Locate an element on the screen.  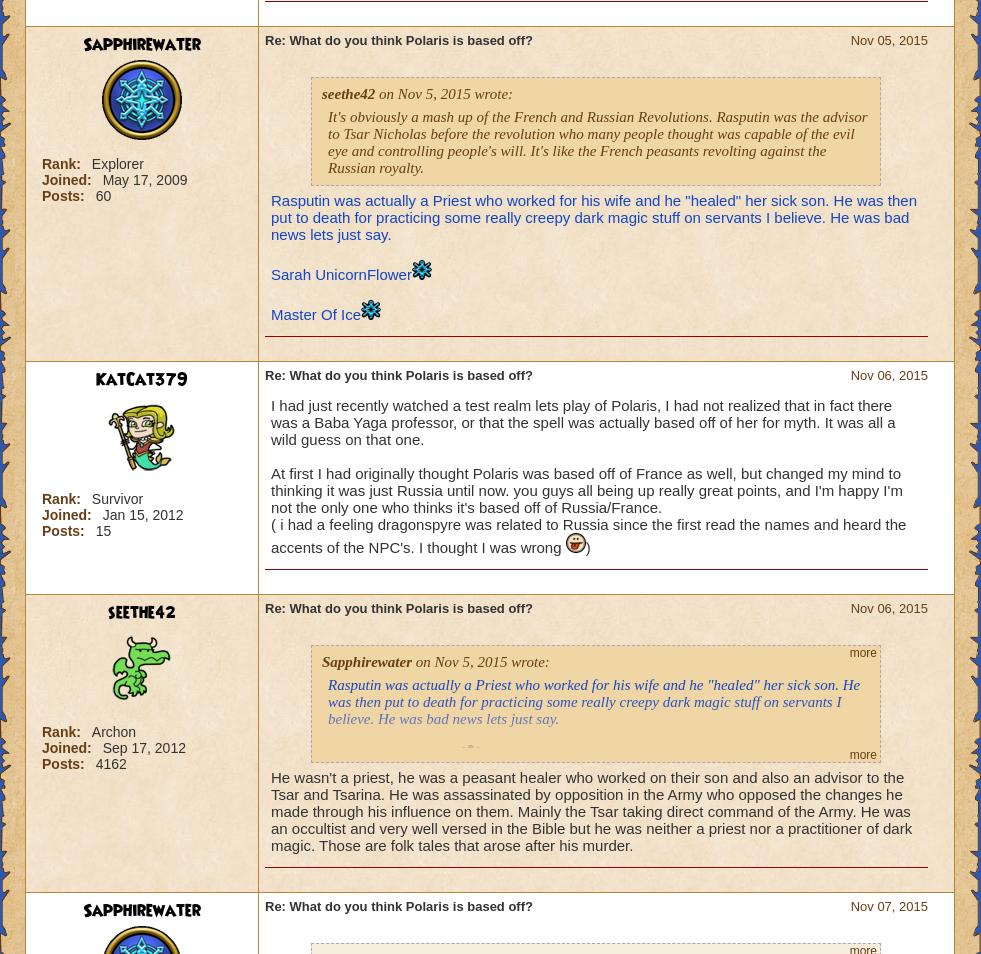
'Jan 15, 2012' is located at coordinates (141, 513).